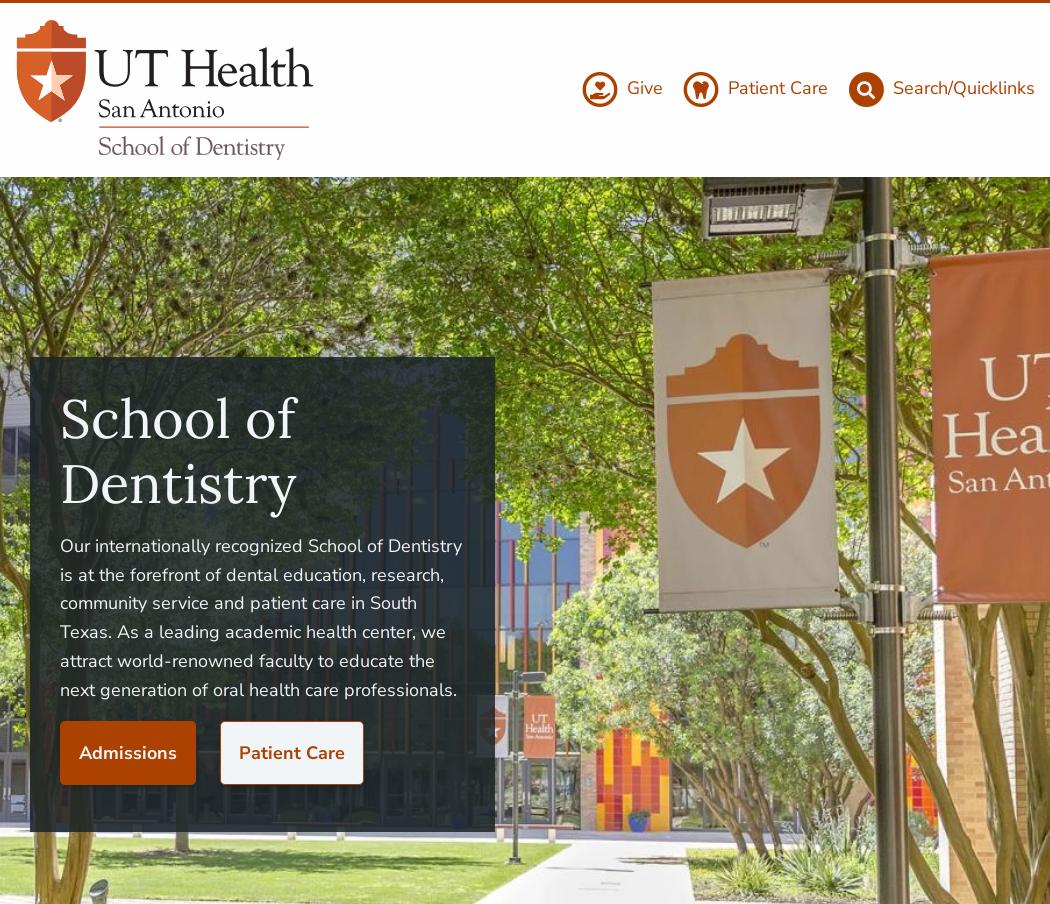 The height and width of the screenshot is (904, 1050). What do you see at coordinates (975, 732) in the screenshot?
I see `'LiveMail'` at bounding box center [975, 732].